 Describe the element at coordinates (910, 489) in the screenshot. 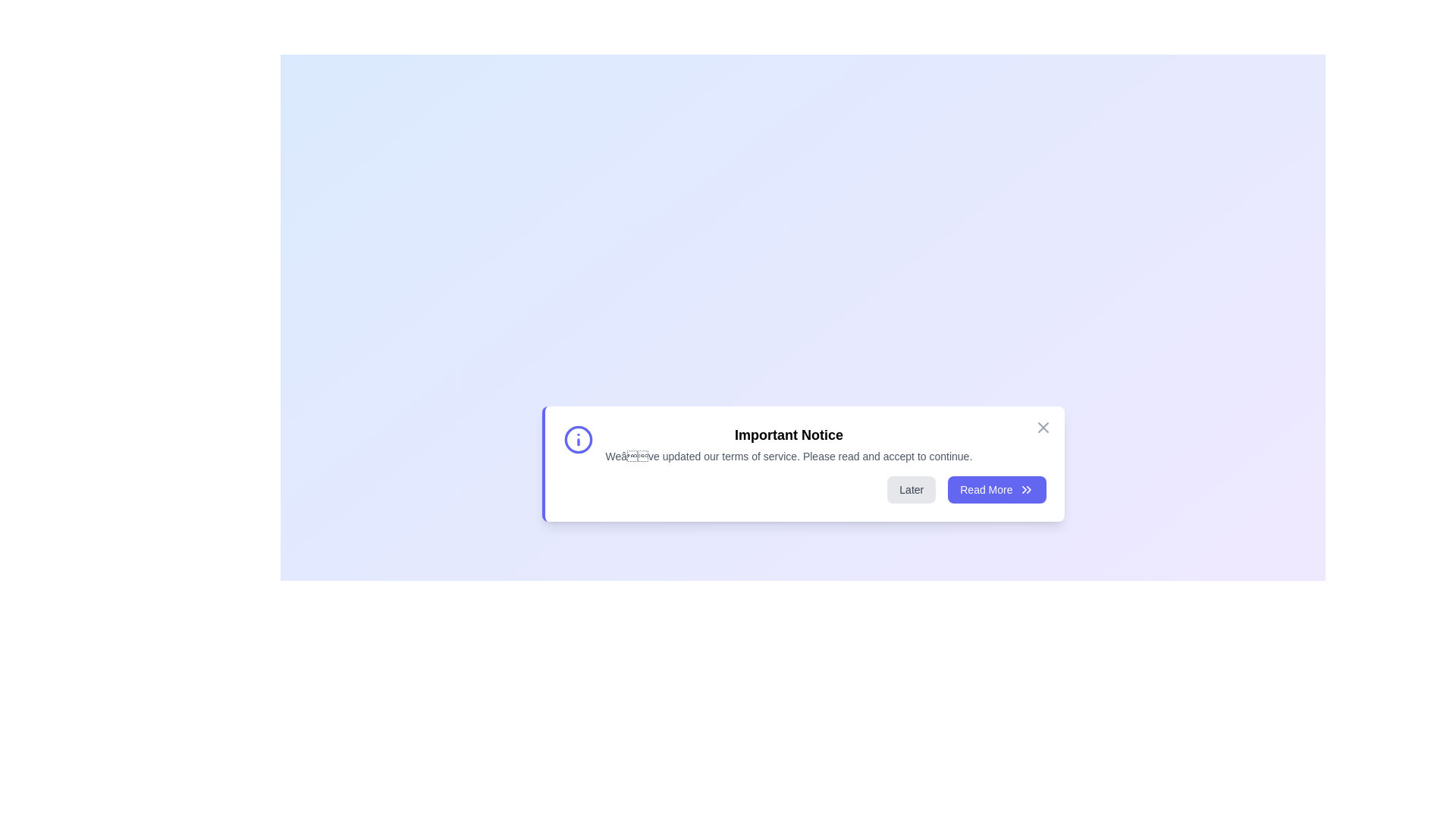

I see `'Later' button to postpone the action` at that location.